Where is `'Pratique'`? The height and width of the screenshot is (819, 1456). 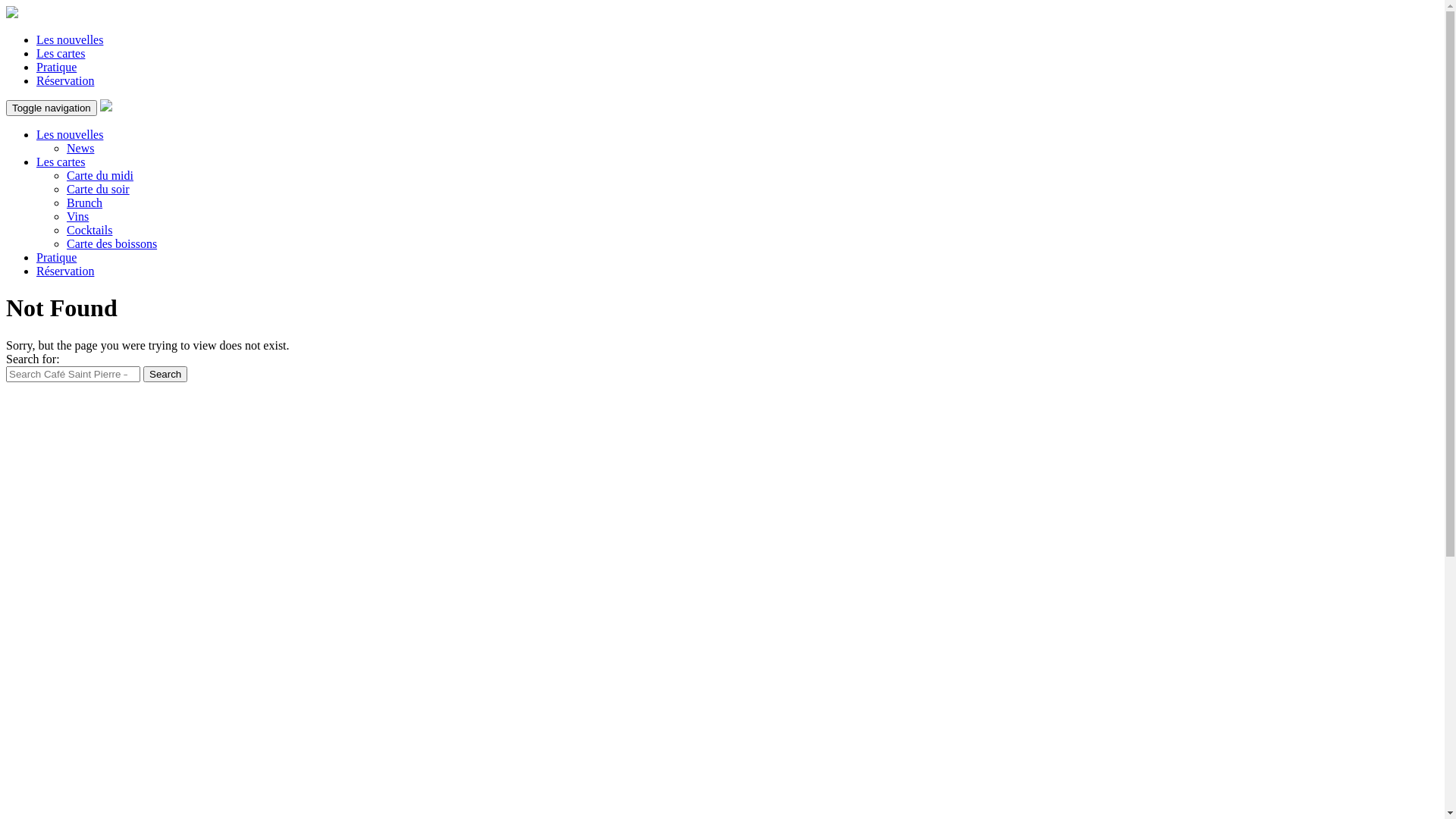 'Pratique' is located at coordinates (56, 66).